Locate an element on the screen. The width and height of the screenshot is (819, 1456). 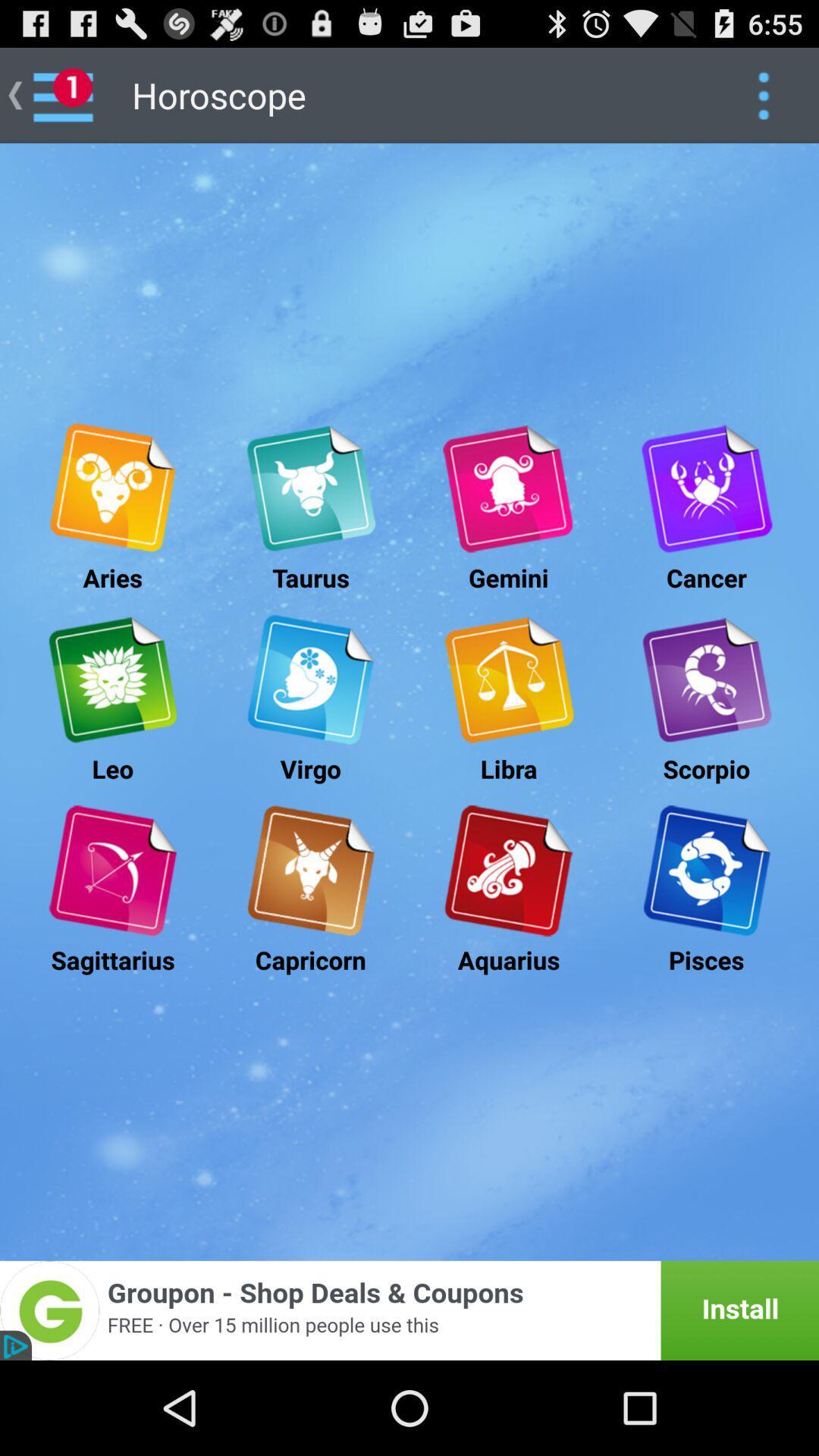
look libra horoscope is located at coordinates (508, 679).